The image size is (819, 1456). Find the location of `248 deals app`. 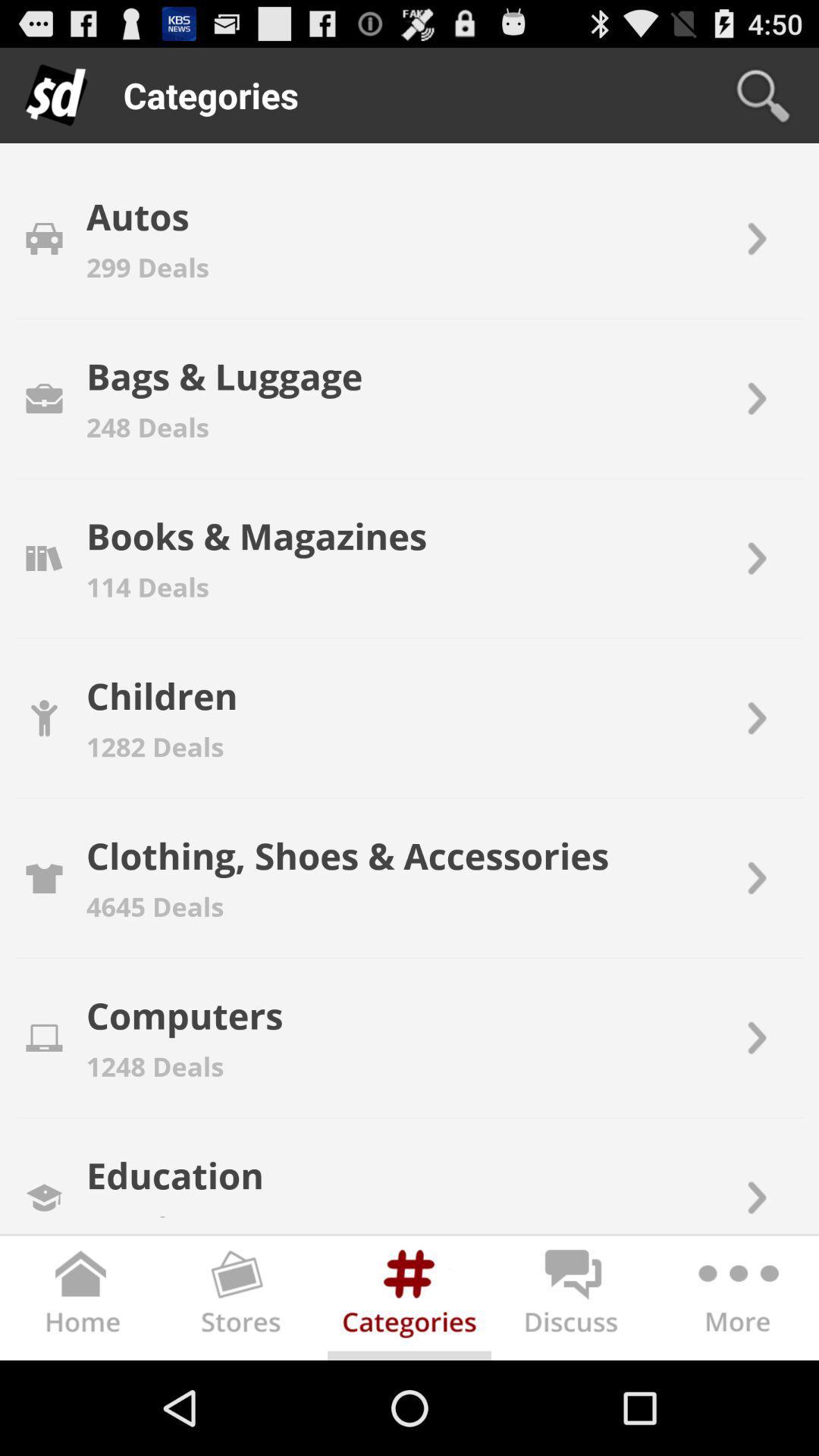

248 deals app is located at coordinates (148, 426).